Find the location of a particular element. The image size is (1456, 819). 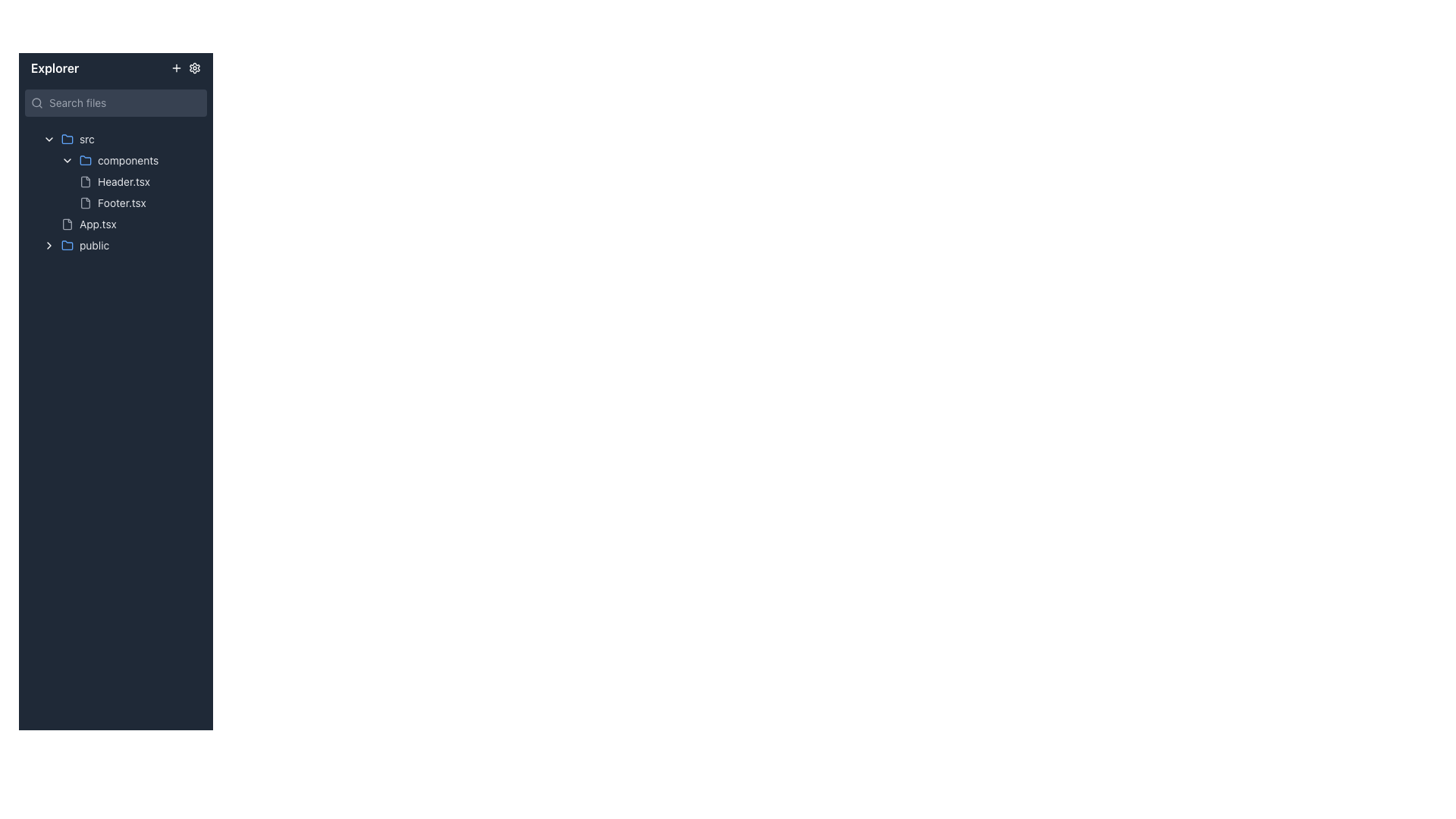

the circular graphic element of the search icon located in the top-left corner of the Explorer sidebar is located at coordinates (36, 102).